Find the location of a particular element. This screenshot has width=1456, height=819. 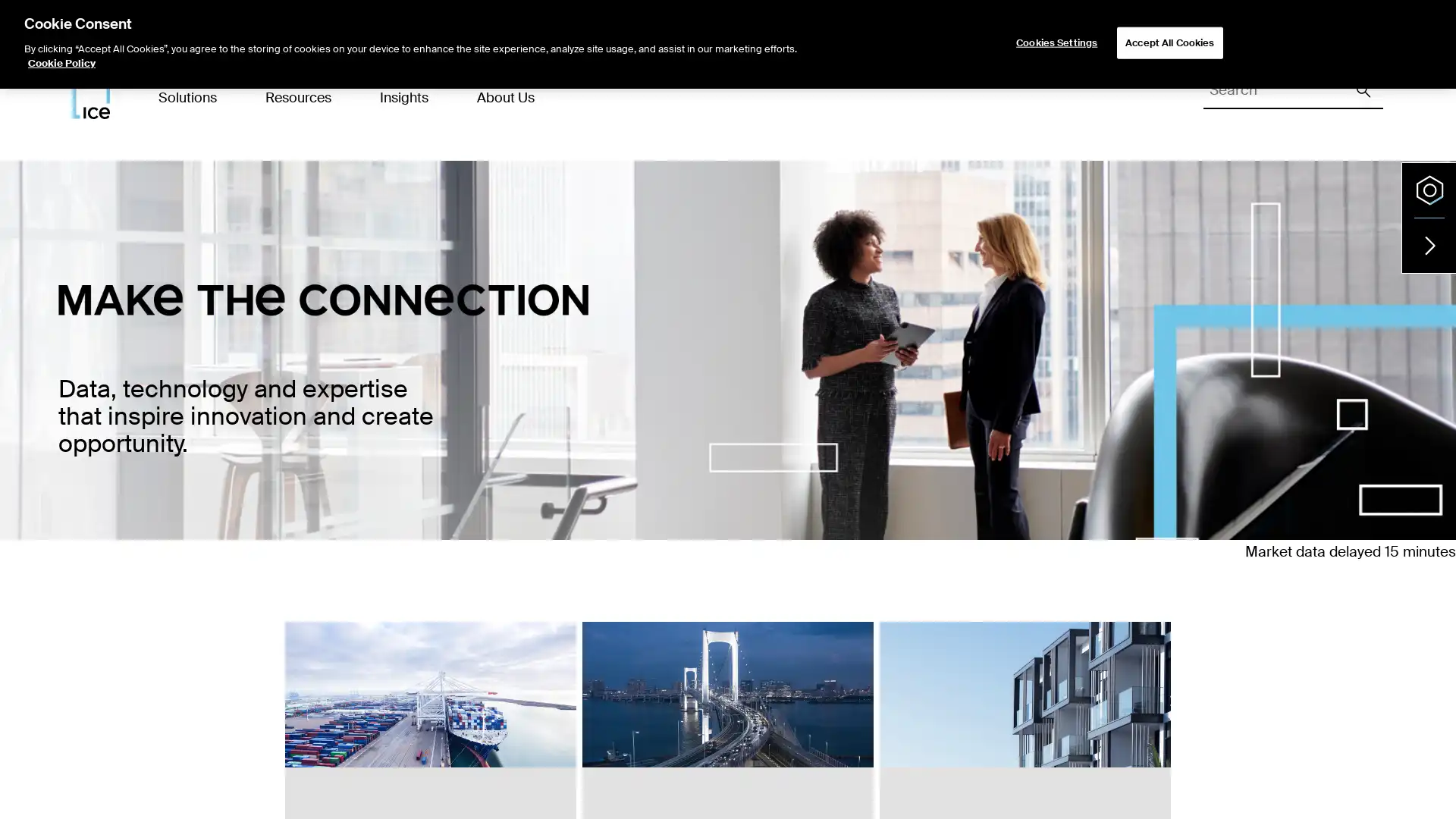

Solutions is located at coordinates (187, 99).